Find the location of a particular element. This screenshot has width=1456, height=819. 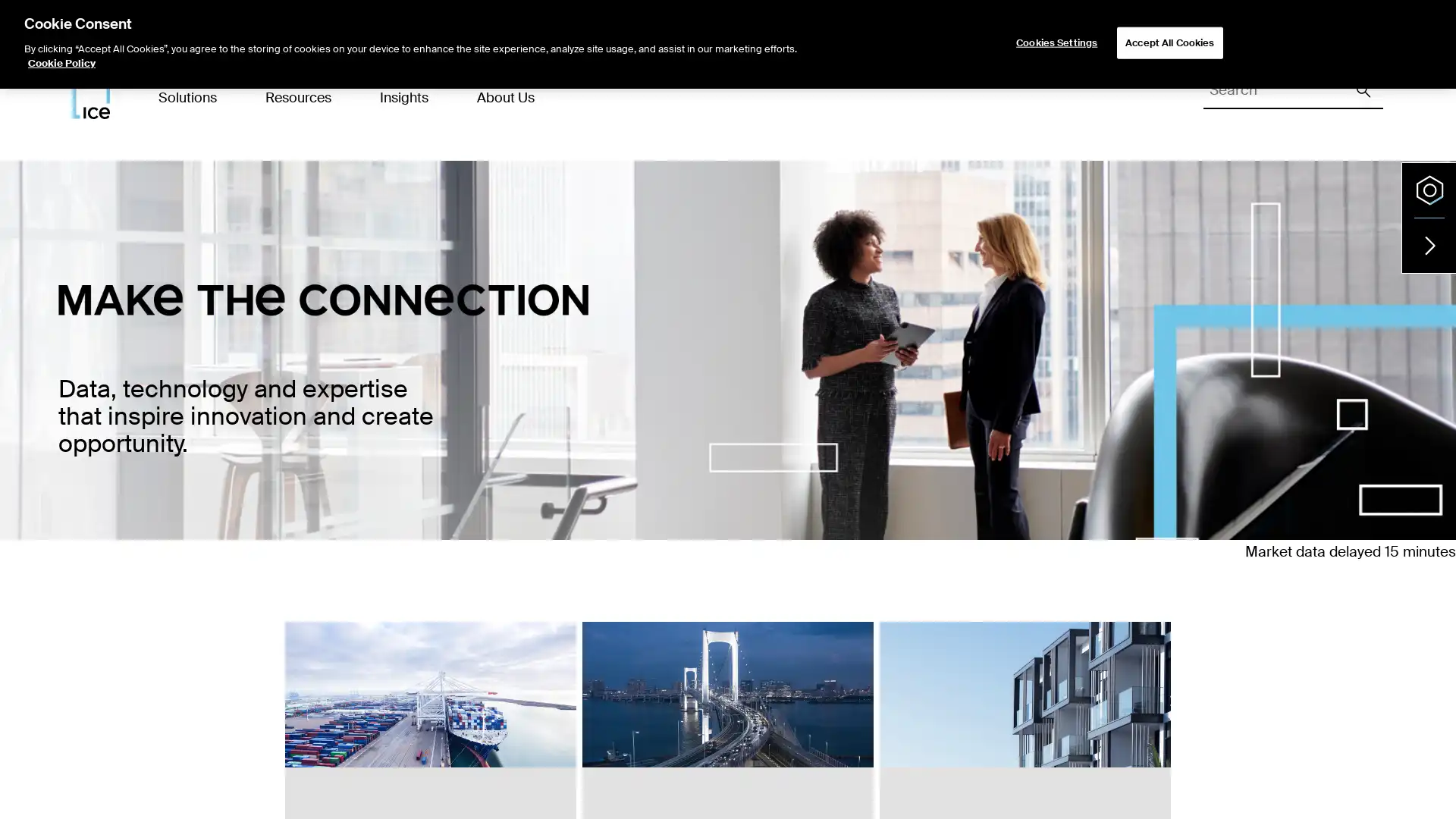

Solutions is located at coordinates (187, 99).